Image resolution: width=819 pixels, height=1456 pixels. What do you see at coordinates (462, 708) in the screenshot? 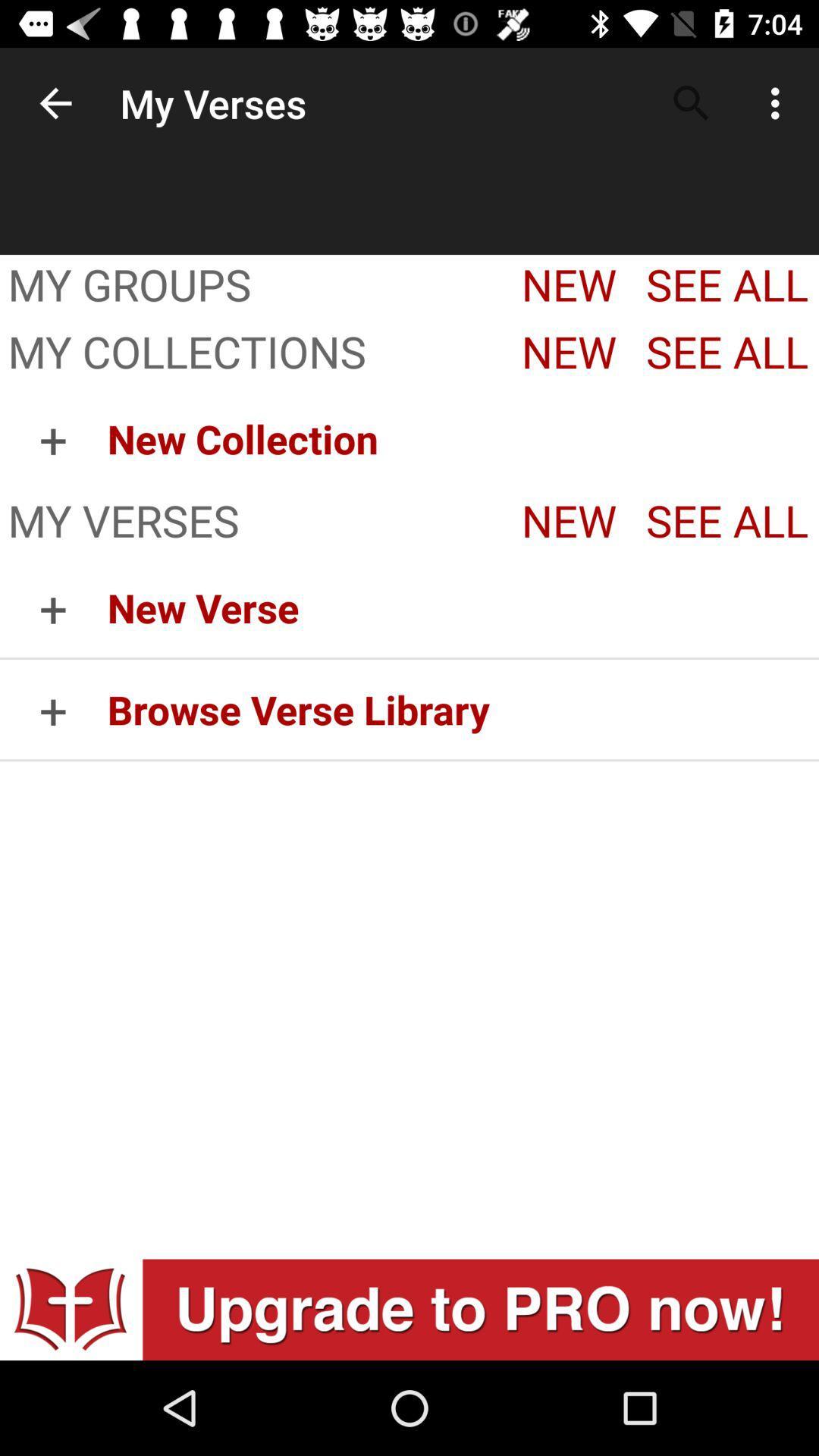
I see `browse verse library icon` at bounding box center [462, 708].